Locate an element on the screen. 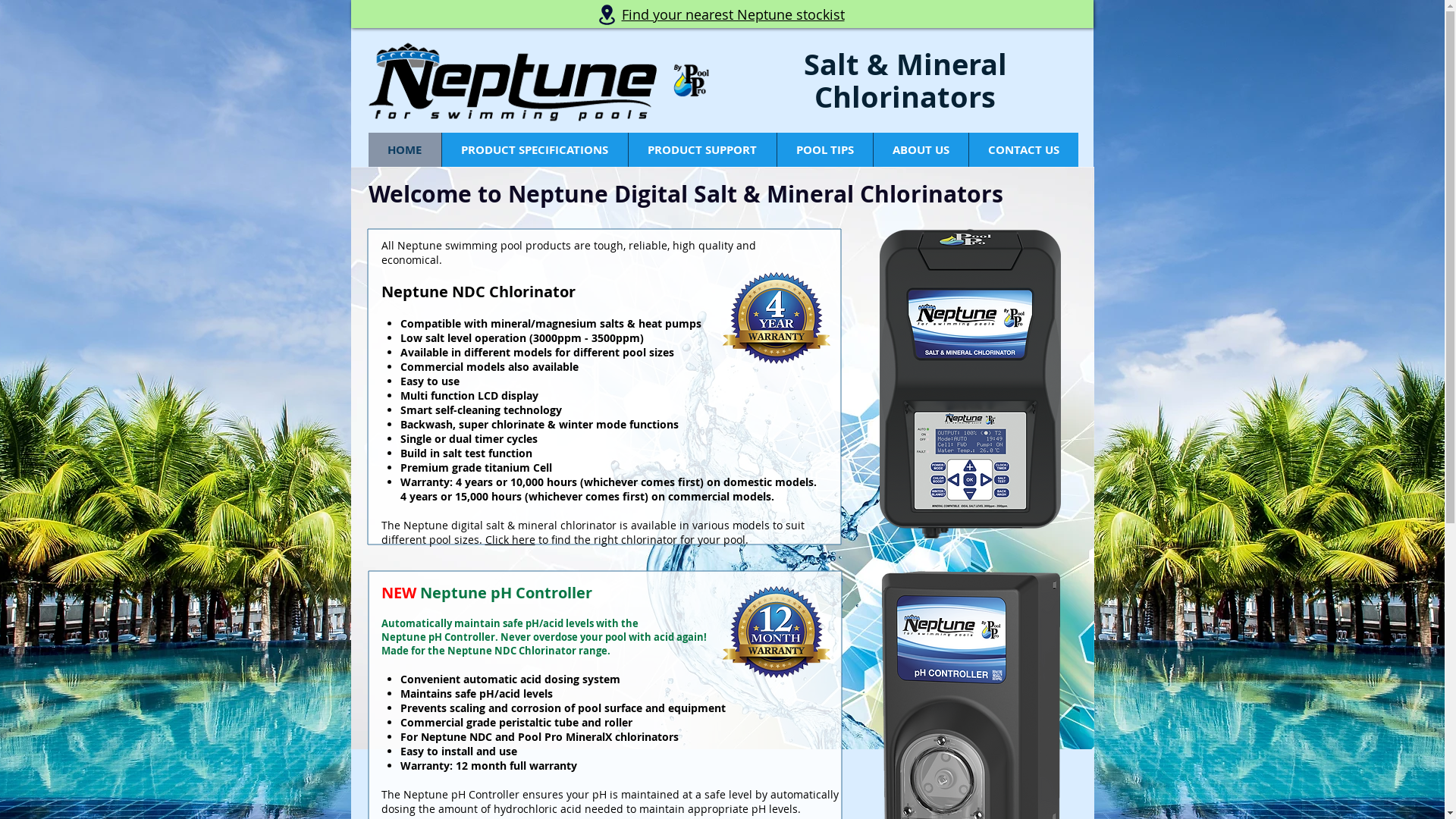 Image resolution: width=1456 pixels, height=819 pixels. 'Find your nearest Neptune stockist' is located at coordinates (733, 15).